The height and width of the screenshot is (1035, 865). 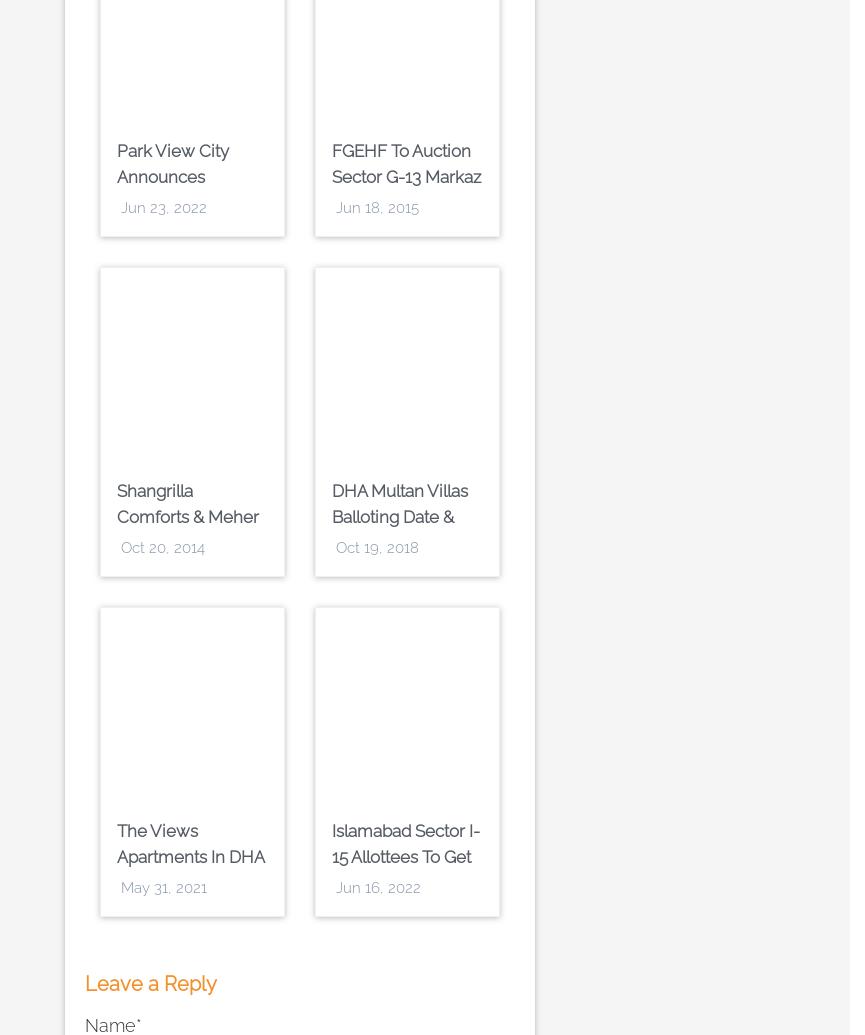 What do you see at coordinates (377, 208) in the screenshot?
I see `'Jun 18, 2015'` at bounding box center [377, 208].